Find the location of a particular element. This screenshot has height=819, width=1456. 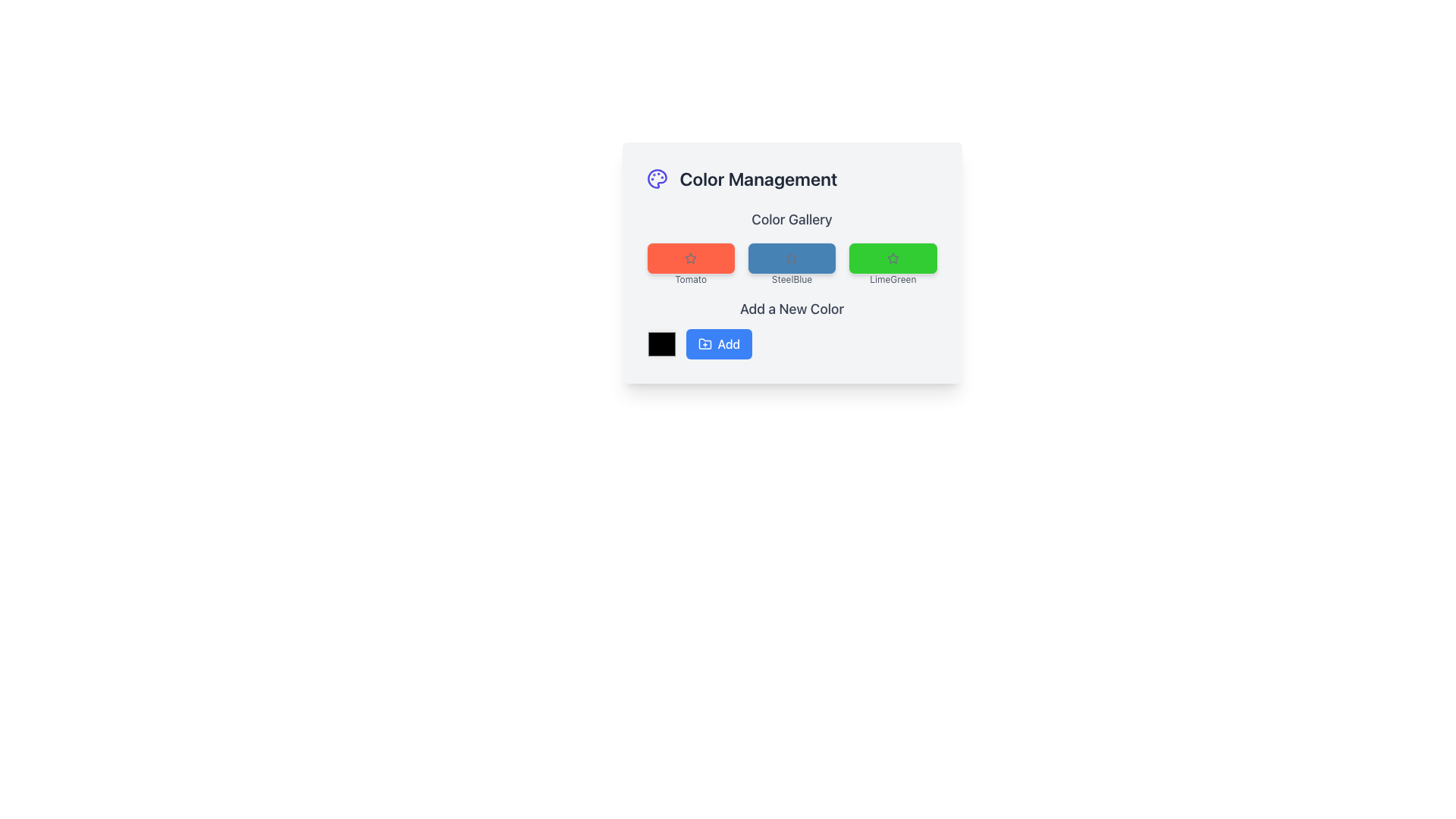

the Color card that visually represents a lime green color choice, which includes a star icon, located in the Color Gallery section under Color Management is located at coordinates (893, 257).